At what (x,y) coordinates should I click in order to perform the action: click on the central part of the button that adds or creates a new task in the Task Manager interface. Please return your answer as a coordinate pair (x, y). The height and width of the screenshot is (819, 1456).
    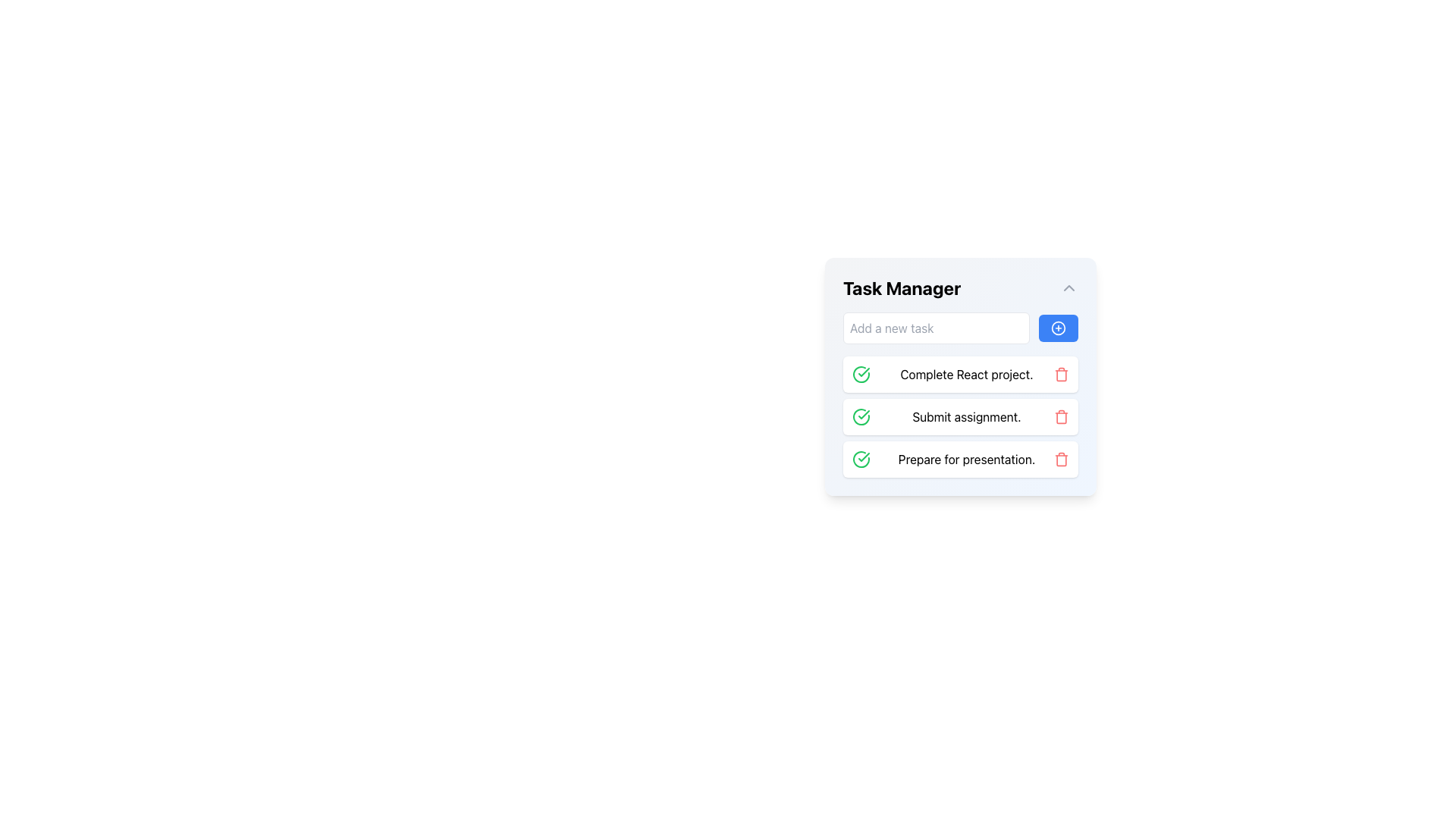
    Looking at the image, I should click on (1058, 327).